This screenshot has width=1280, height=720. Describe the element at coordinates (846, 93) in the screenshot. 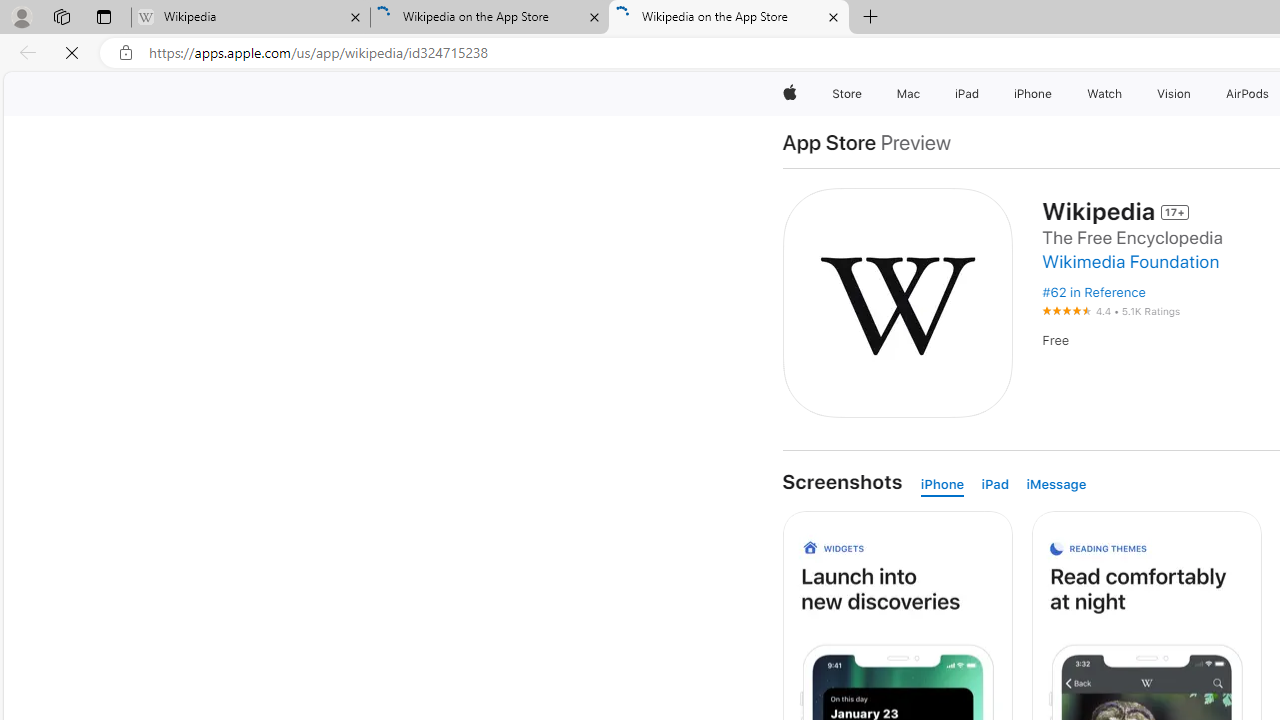

I see `'Store'` at that location.